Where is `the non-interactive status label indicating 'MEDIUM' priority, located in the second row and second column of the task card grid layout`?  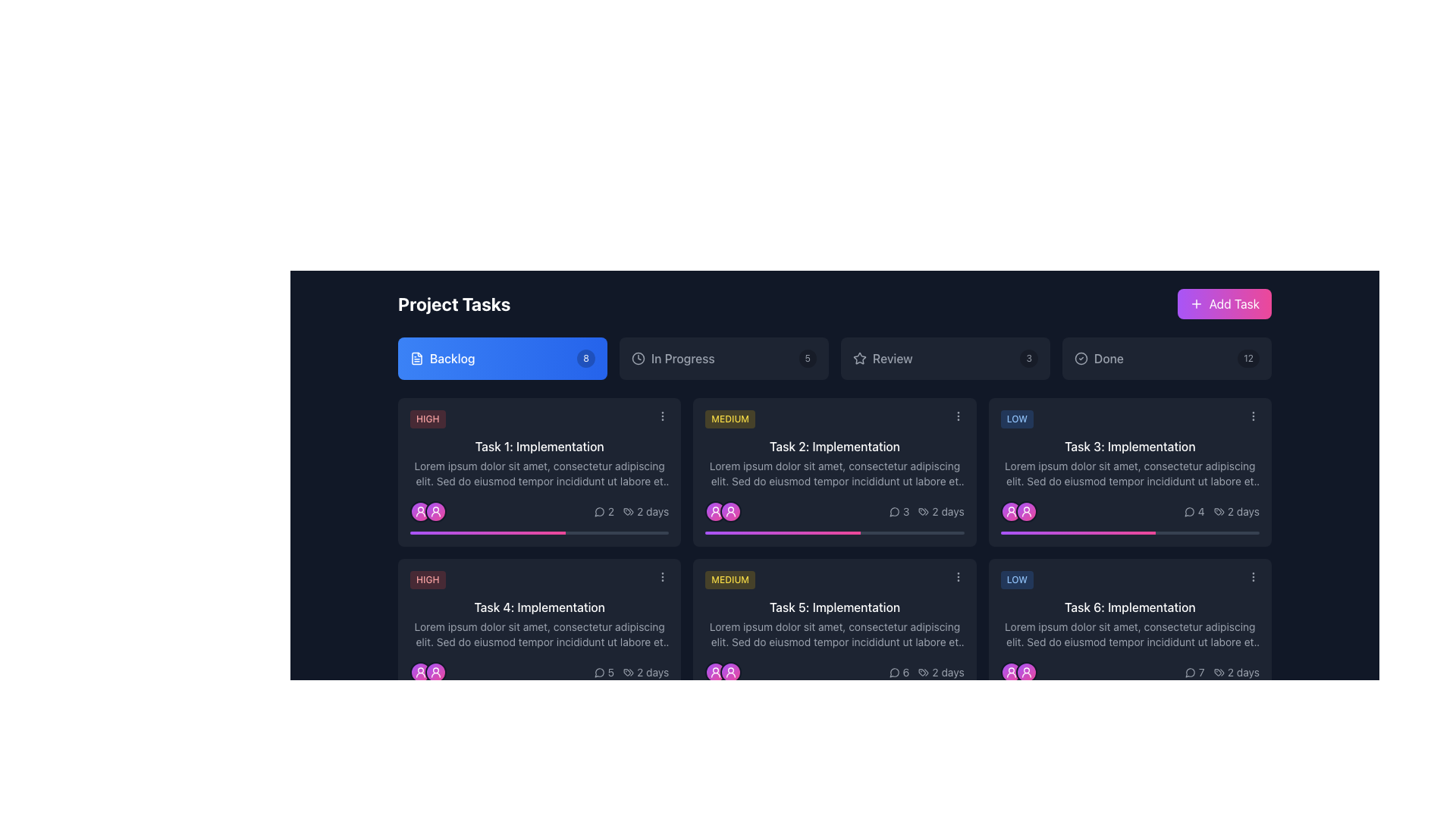
the non-interactive status label indicating 'MEDIUM' priority, located in the second row and second column of the task card grid layout is located at coordinates (730, 579).